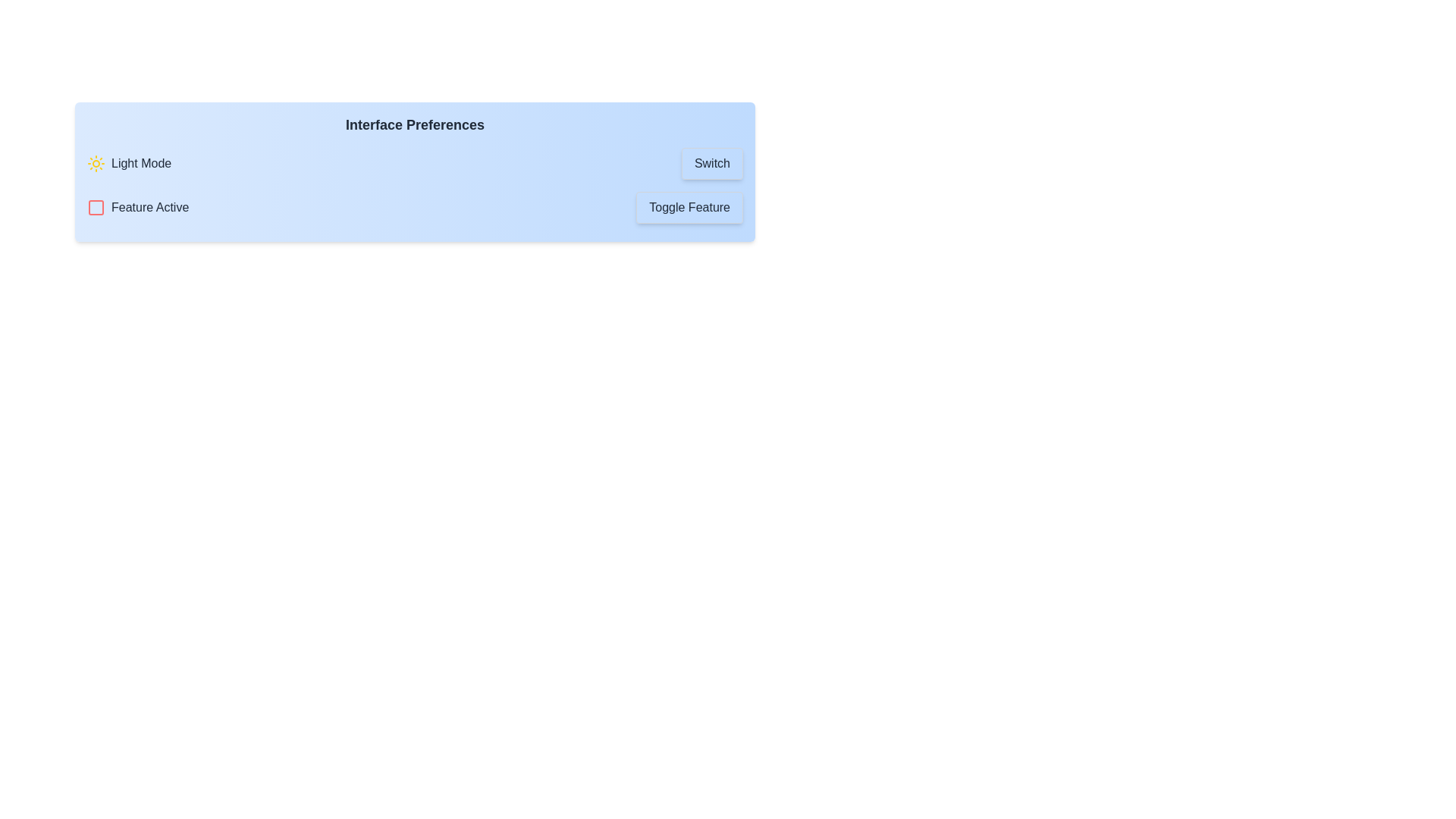 This screenshot has height=819, width=1456. I want to click on the decorative shape within the red-bordered square icon that indicates the 'Feature Active' status in the 'Interface Preferences' section, so click(95, 207).